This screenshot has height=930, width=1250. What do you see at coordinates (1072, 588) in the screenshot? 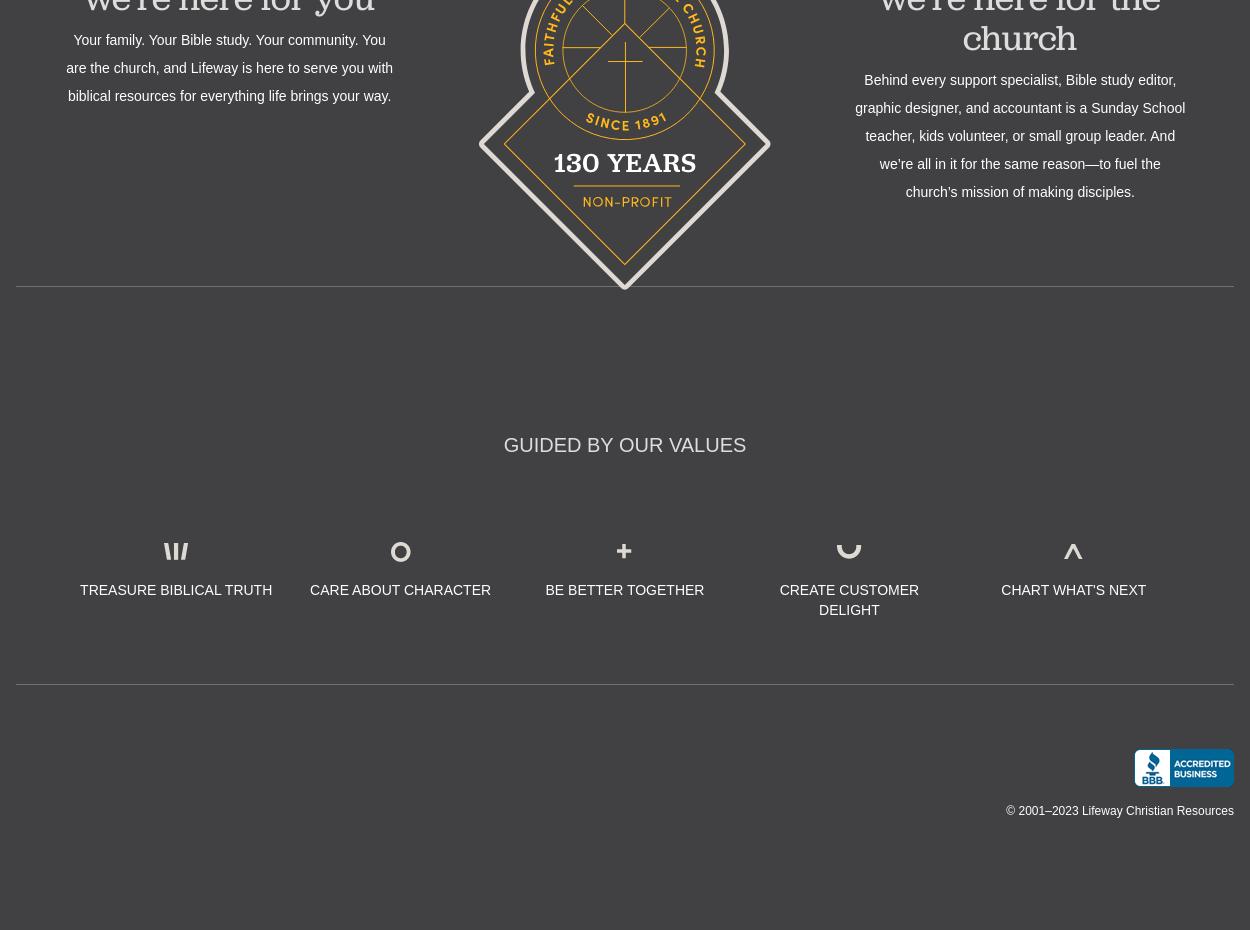
I see `'CHART WHAT'S NEXT'` at bounding box center [1072, 588].